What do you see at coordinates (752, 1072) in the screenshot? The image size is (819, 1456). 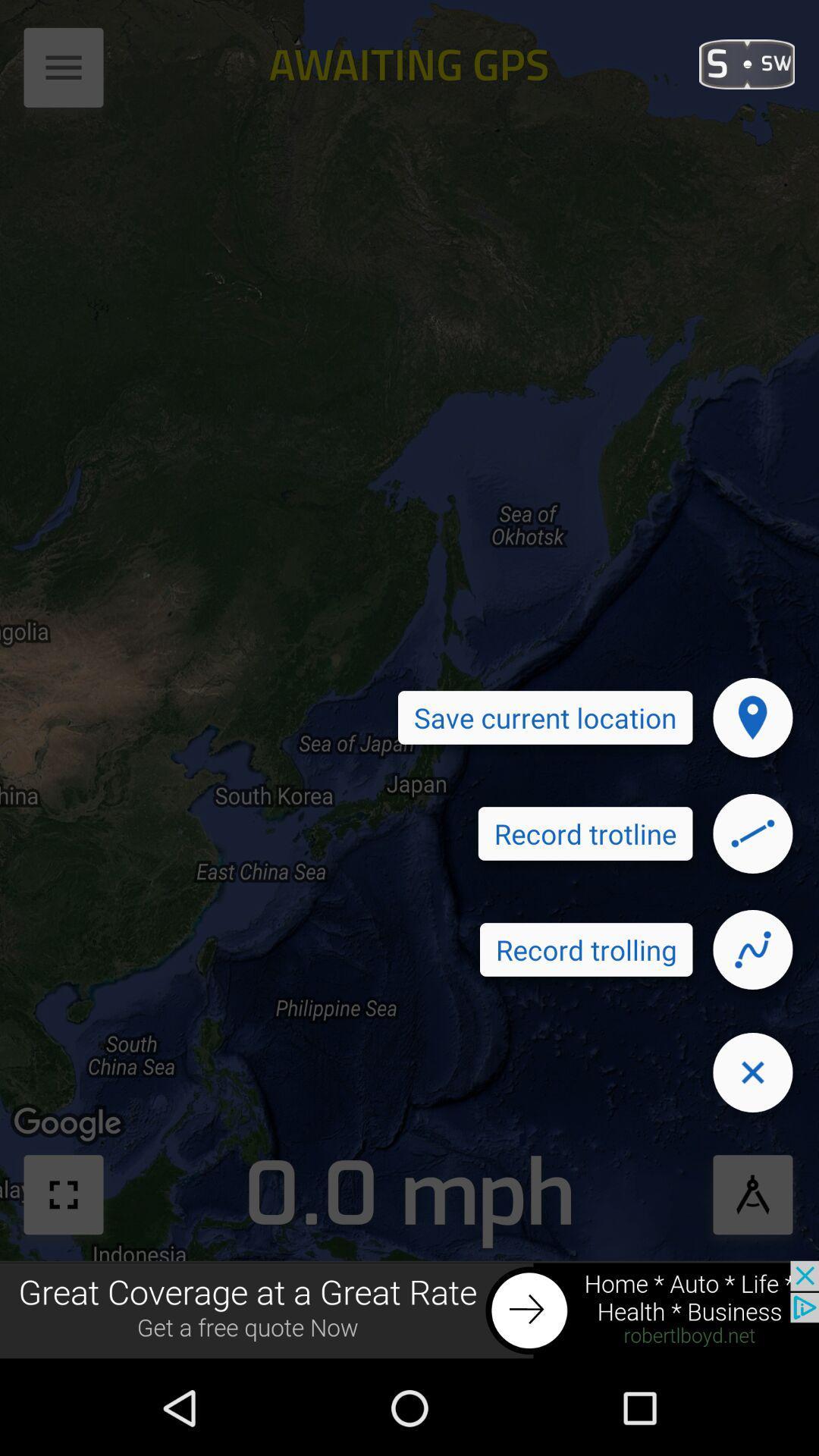 I see `close icon` at bounding box center [752, 1072].